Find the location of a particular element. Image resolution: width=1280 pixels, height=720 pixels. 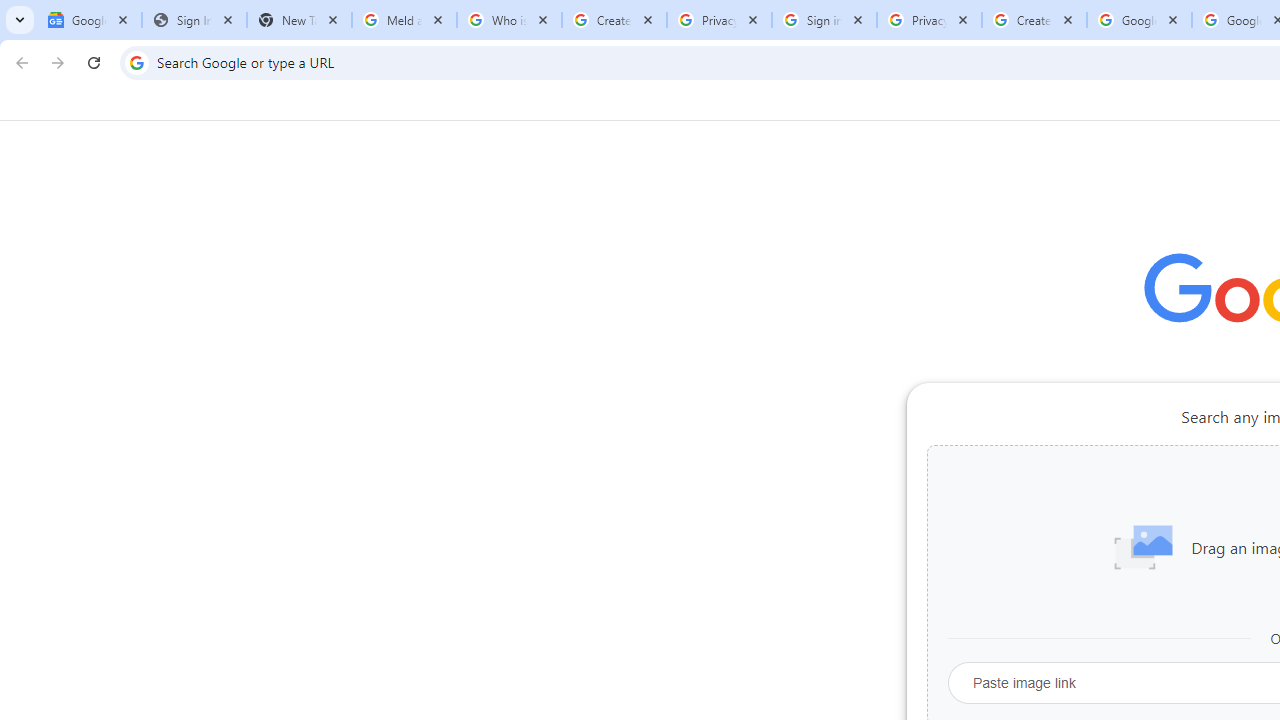

'Sign In - USA TODAY' is located at coordinates (194, 20).